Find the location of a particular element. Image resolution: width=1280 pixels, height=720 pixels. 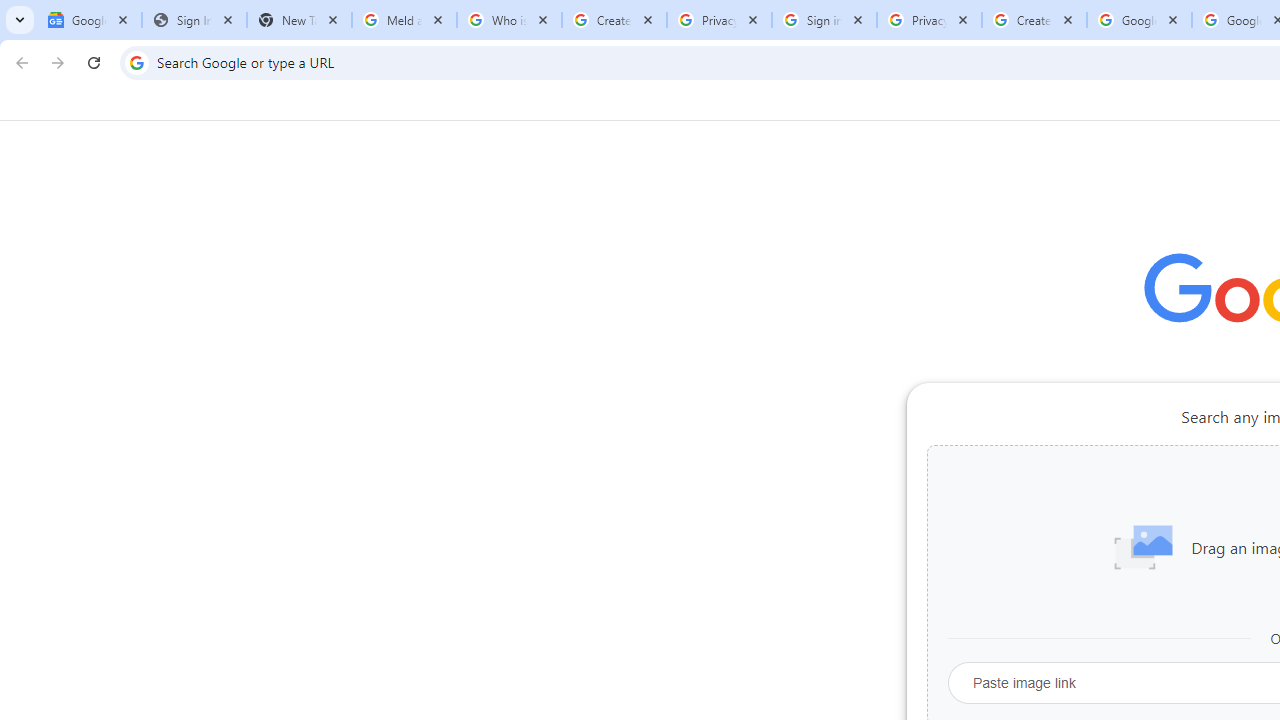

'Sign In - USA TODAY' is located at coordinates (194, 20).